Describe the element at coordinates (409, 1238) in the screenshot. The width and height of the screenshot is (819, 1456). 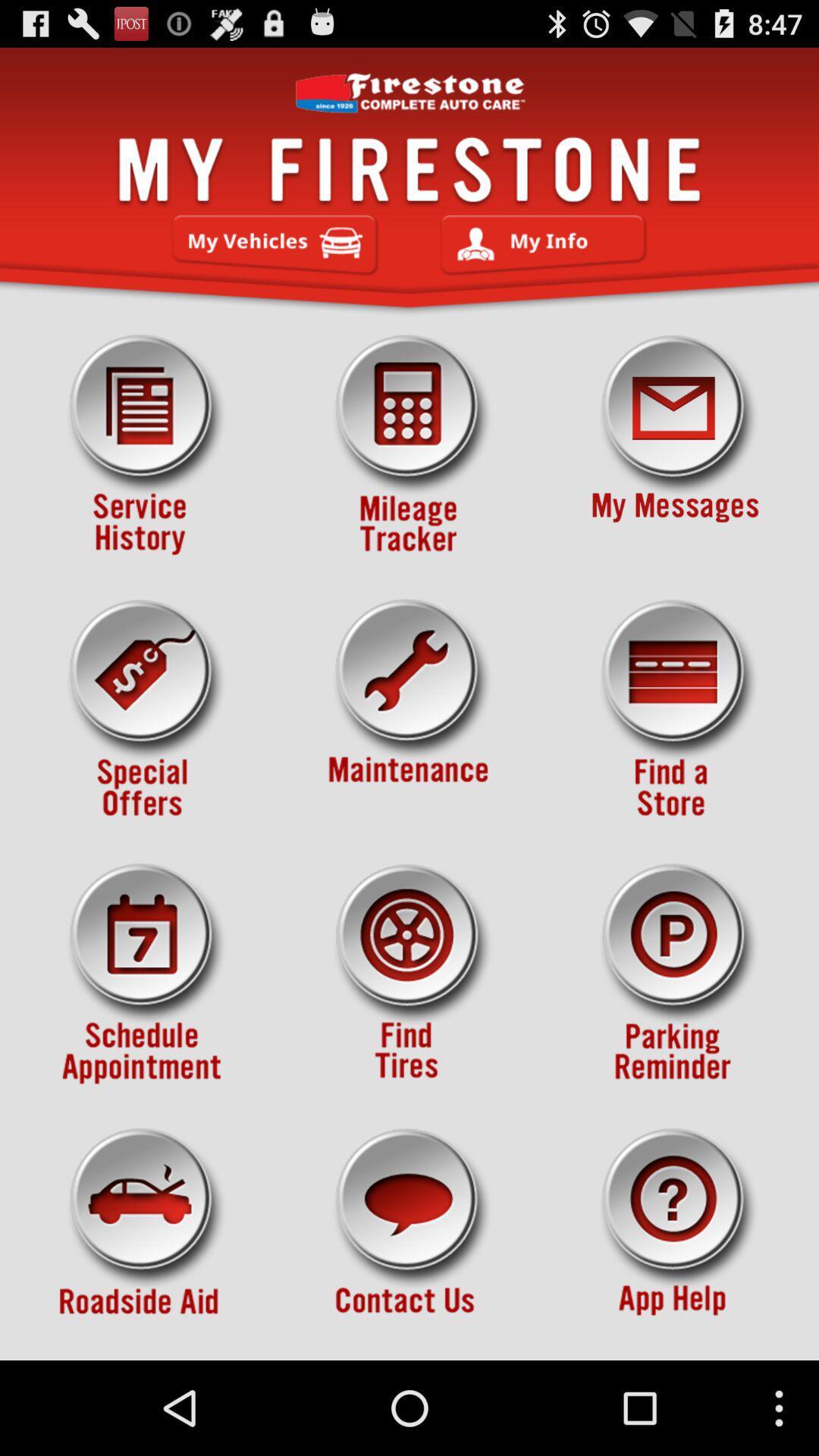
I see `button to contact firestone` at that location.